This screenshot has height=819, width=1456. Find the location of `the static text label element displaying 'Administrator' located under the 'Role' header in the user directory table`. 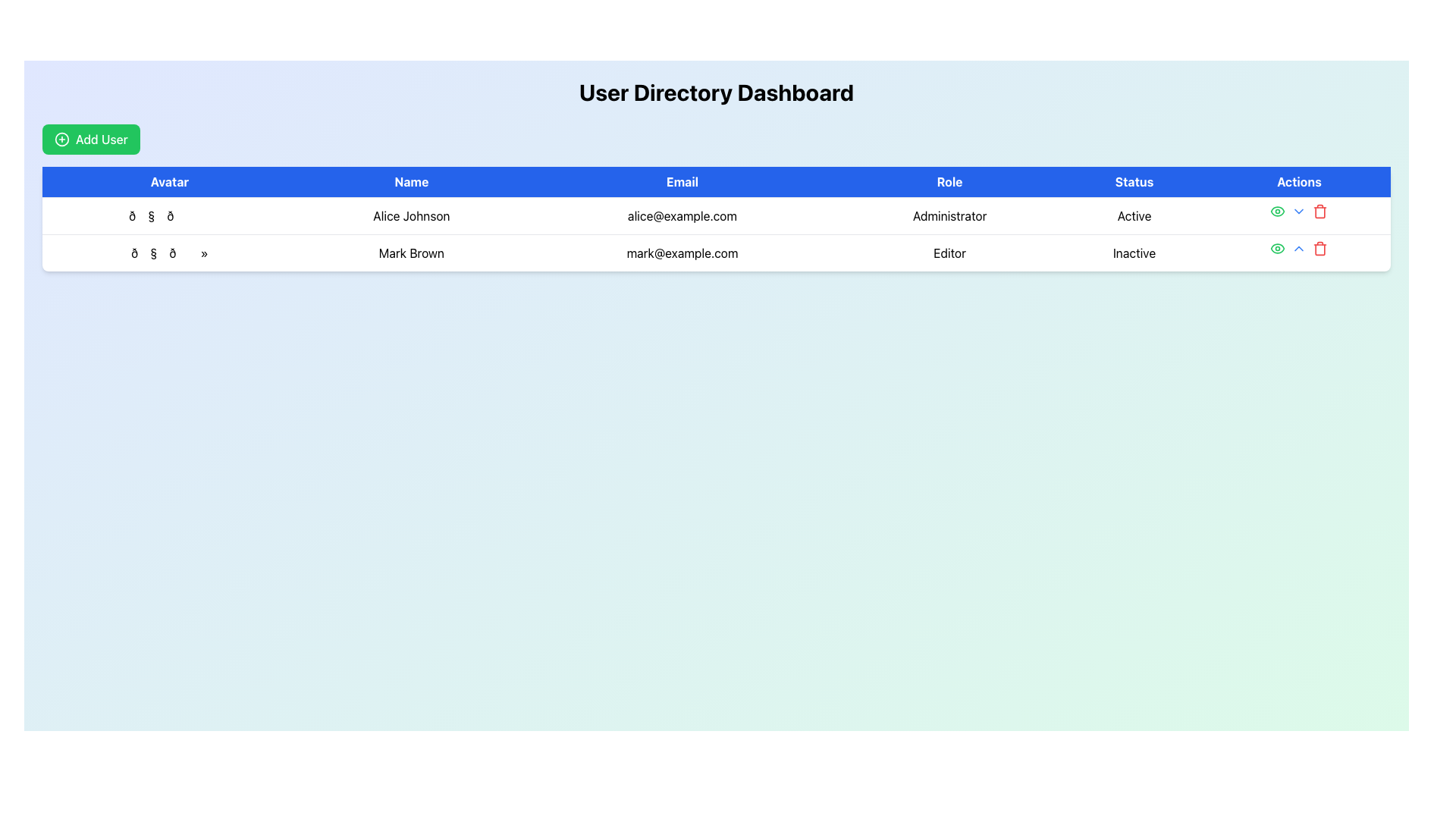

the static text label element displaying 'Administrator' located under the 'Role' header in the user directory table is located at coordinates (949, 216).